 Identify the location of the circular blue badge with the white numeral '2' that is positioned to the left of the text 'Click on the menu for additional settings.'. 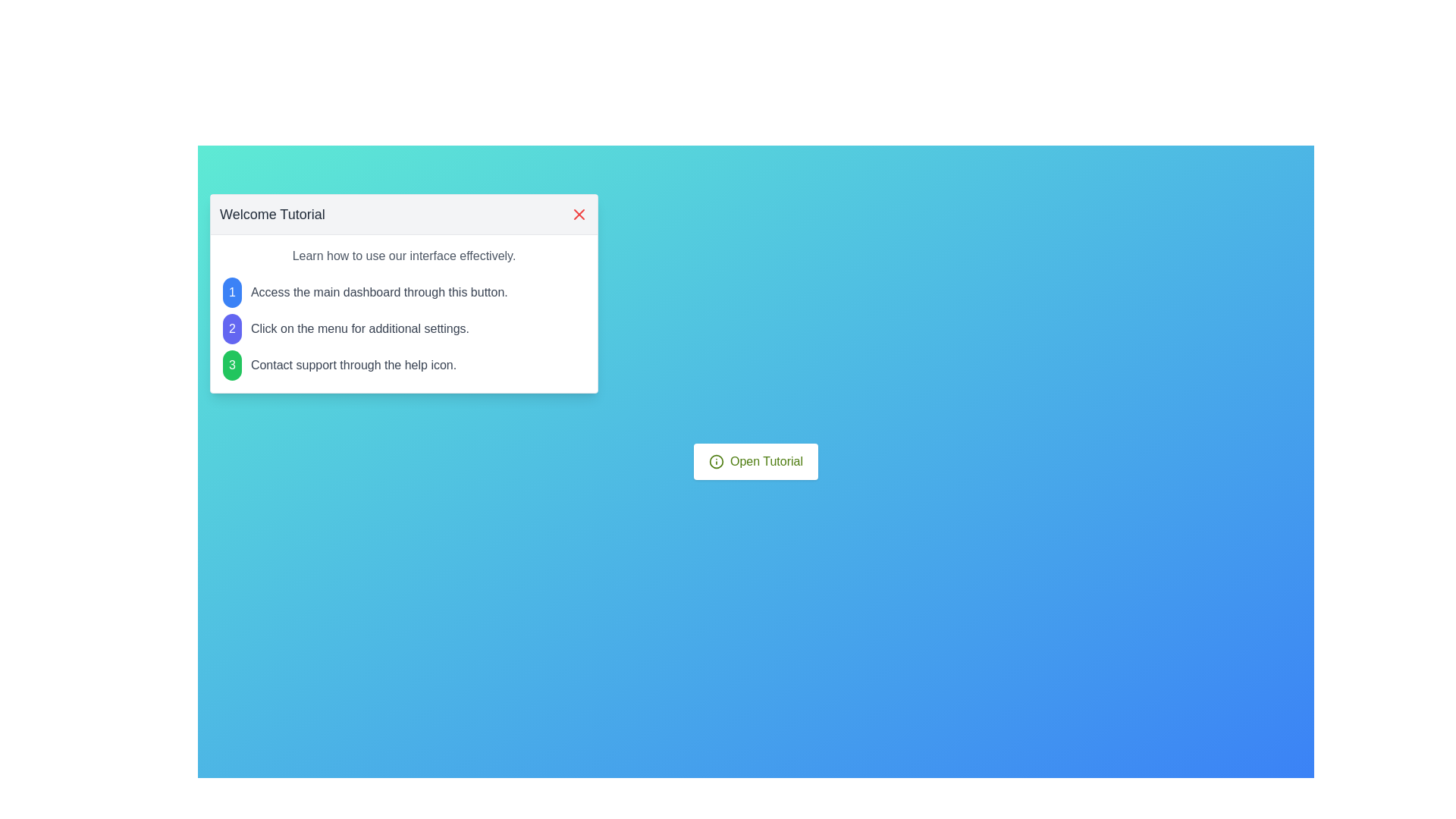
(231, 328).